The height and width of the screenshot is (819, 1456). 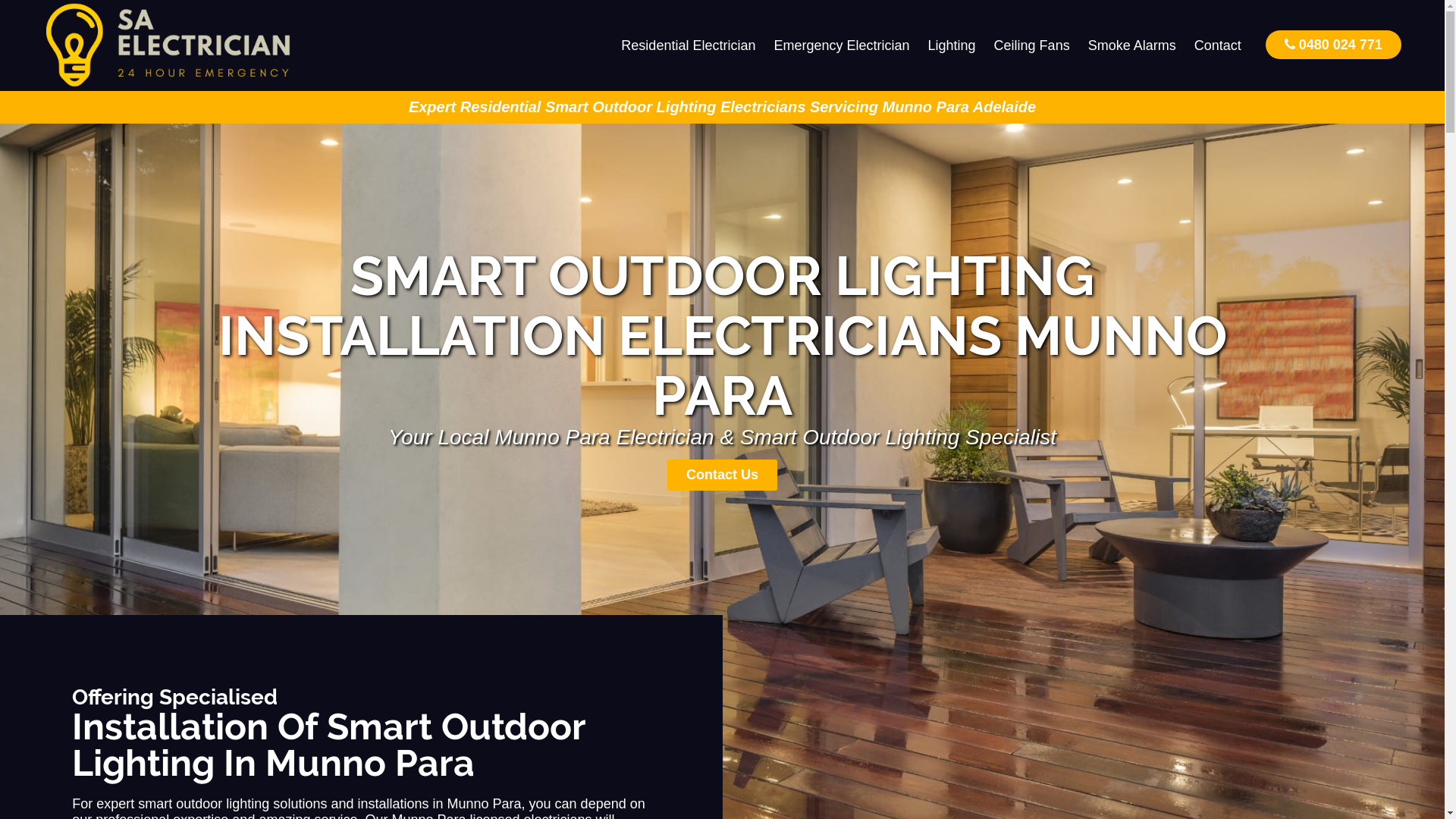 What do you see at coordinates (985, 45) in the screenshot?
I see `'Ceiling Fans'` at bounding box center [985, 45].